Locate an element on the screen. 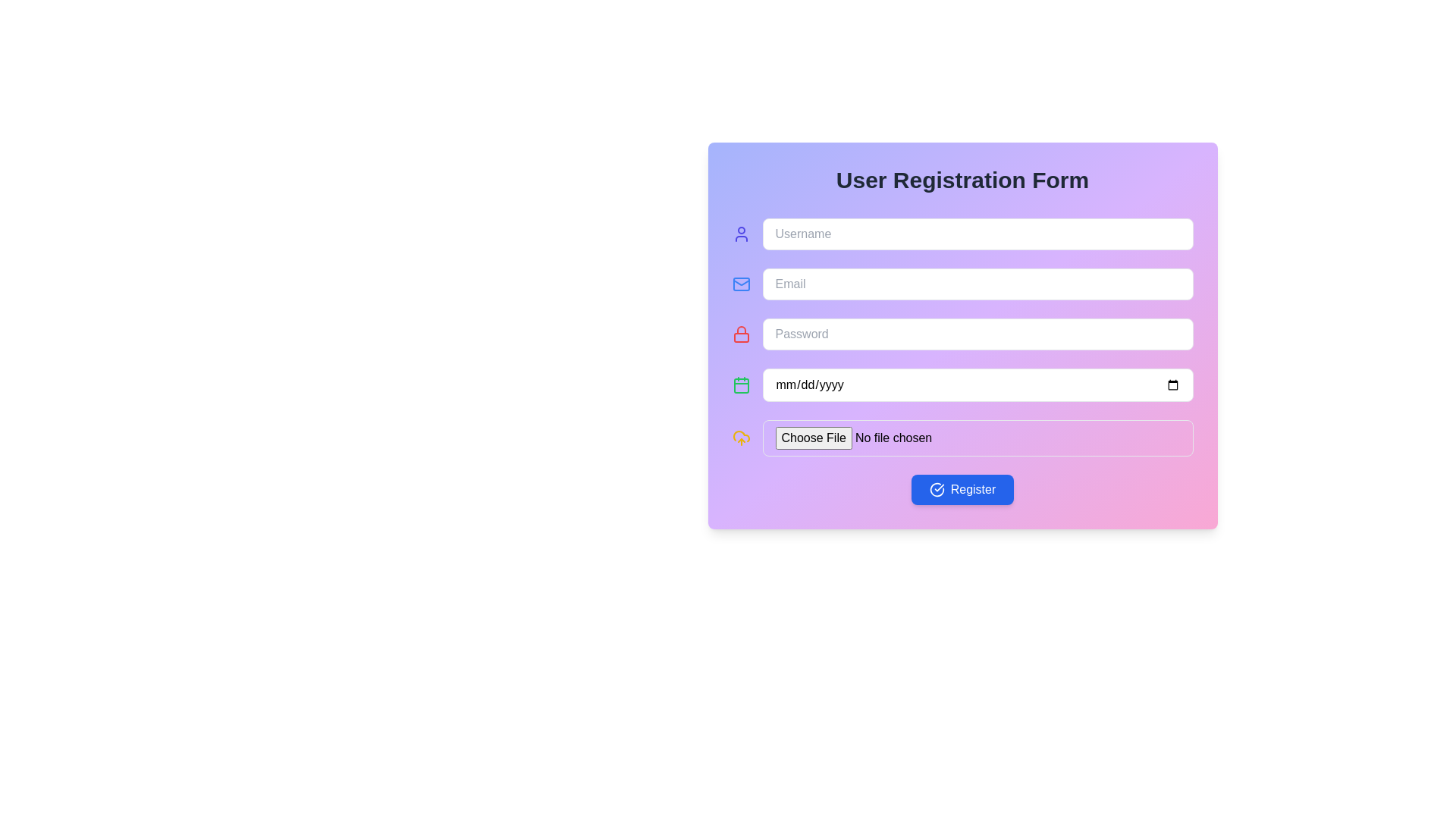  the date picker icon located to the left of the date input field is located at coordinates (741, 384).